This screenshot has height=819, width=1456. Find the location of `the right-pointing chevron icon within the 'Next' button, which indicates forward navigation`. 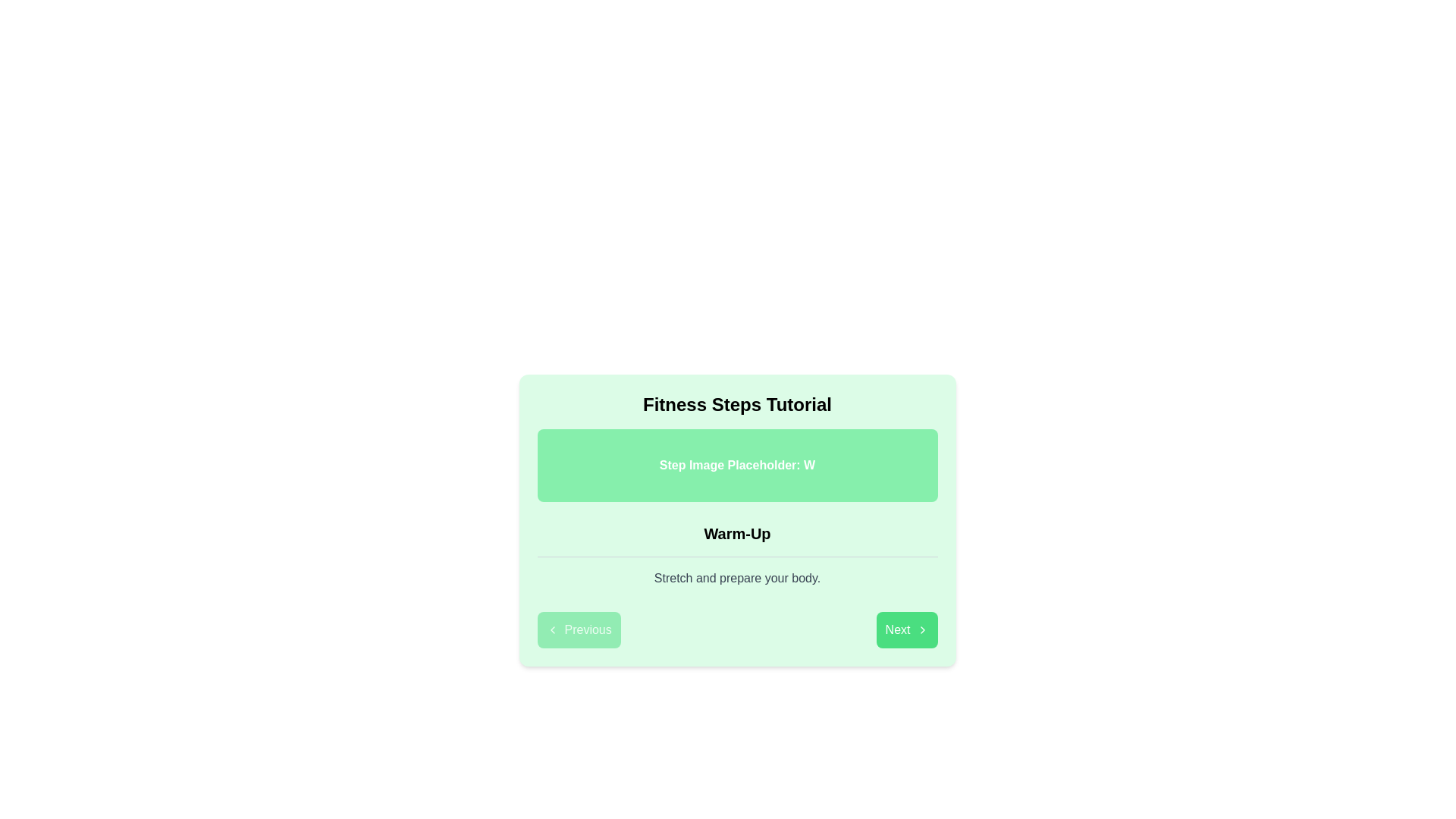

the right-pointing chevron icon within the 'Next' button, which indicates forward navigation is located at coordinates (921, 629).